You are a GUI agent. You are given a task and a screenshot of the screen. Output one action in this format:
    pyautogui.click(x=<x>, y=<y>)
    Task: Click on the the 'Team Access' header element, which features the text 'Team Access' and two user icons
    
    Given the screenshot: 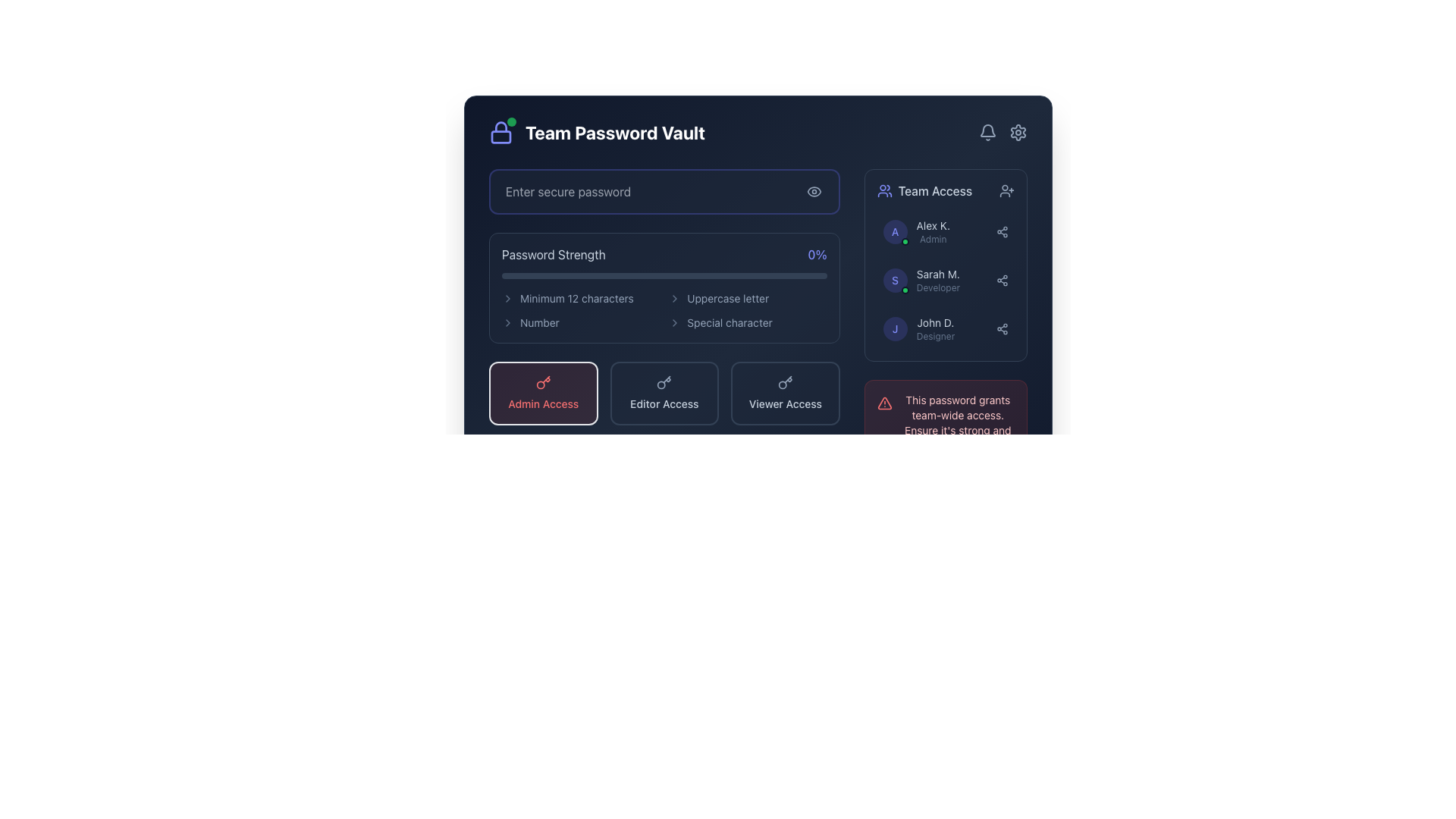 What is the action you would take?
    pyautogui.click(x=945, y=190)
    